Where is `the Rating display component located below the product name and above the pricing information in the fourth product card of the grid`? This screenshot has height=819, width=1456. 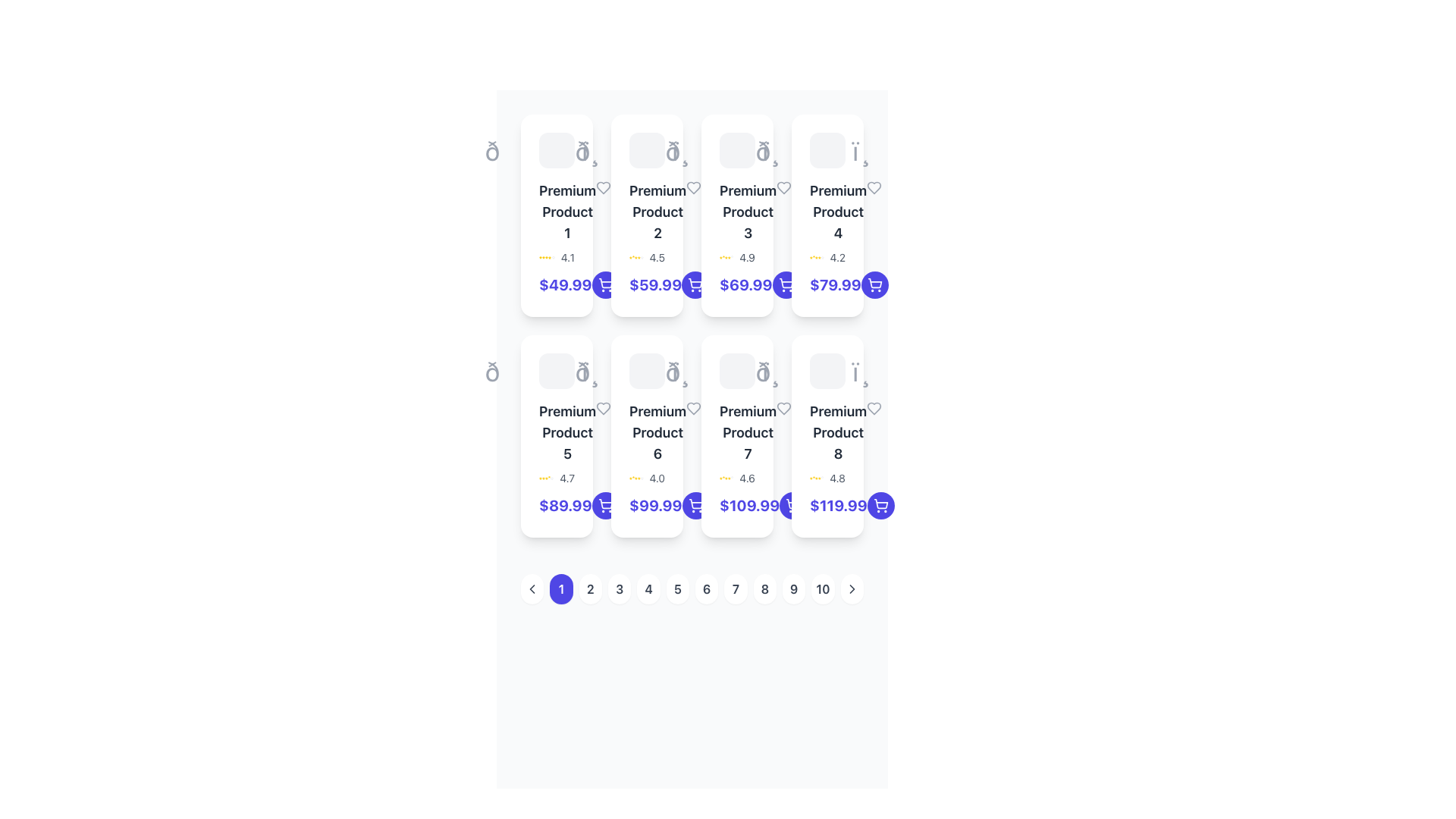
the Rating display component located below the product name and above the pricing information in the fourth product card of the grid is located at coordinates (827, 256).